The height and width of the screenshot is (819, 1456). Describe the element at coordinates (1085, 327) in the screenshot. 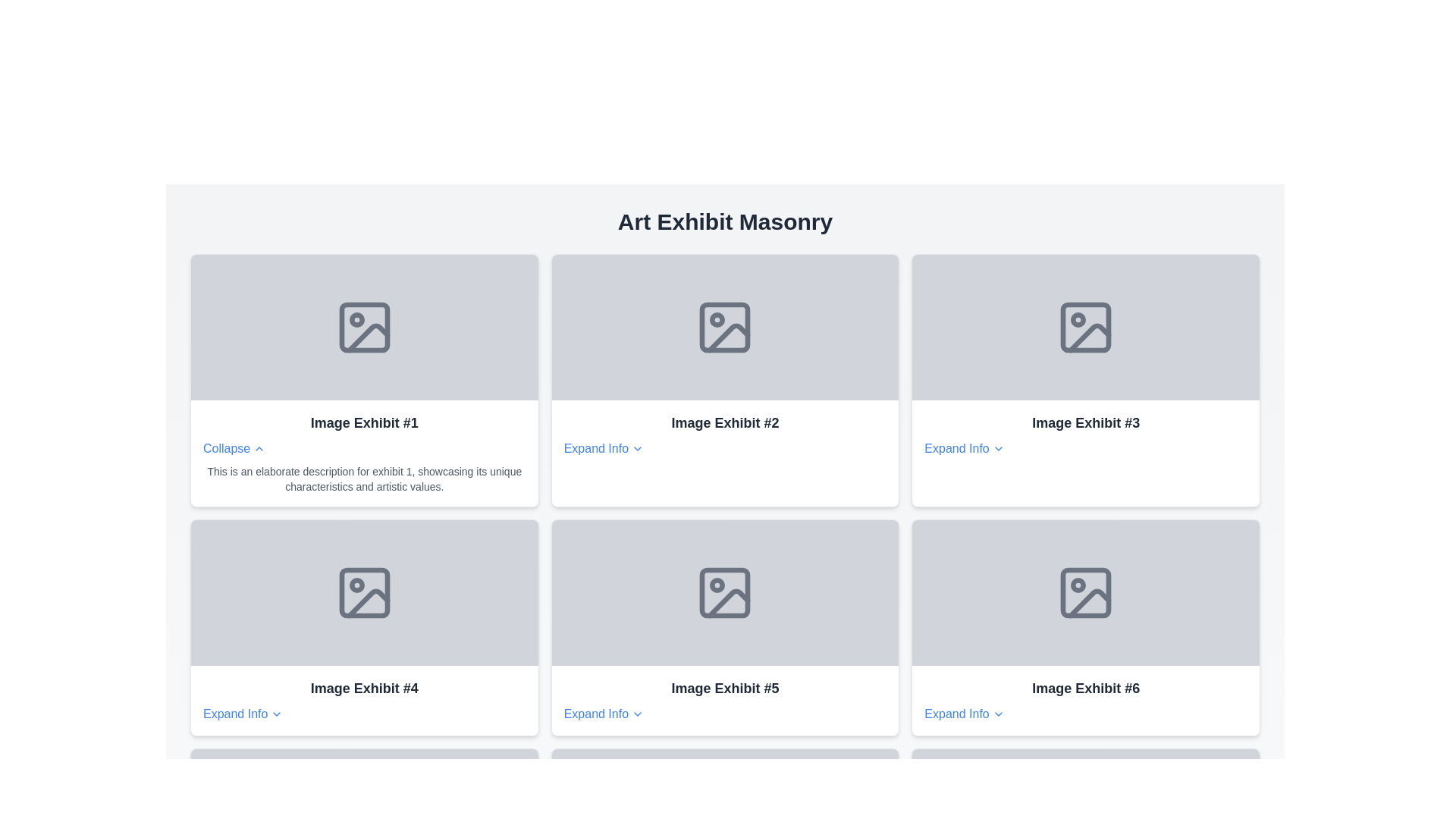

I see `the icon located in the top-right section of the card labeled 'Image Exhibit #3'` at that location.